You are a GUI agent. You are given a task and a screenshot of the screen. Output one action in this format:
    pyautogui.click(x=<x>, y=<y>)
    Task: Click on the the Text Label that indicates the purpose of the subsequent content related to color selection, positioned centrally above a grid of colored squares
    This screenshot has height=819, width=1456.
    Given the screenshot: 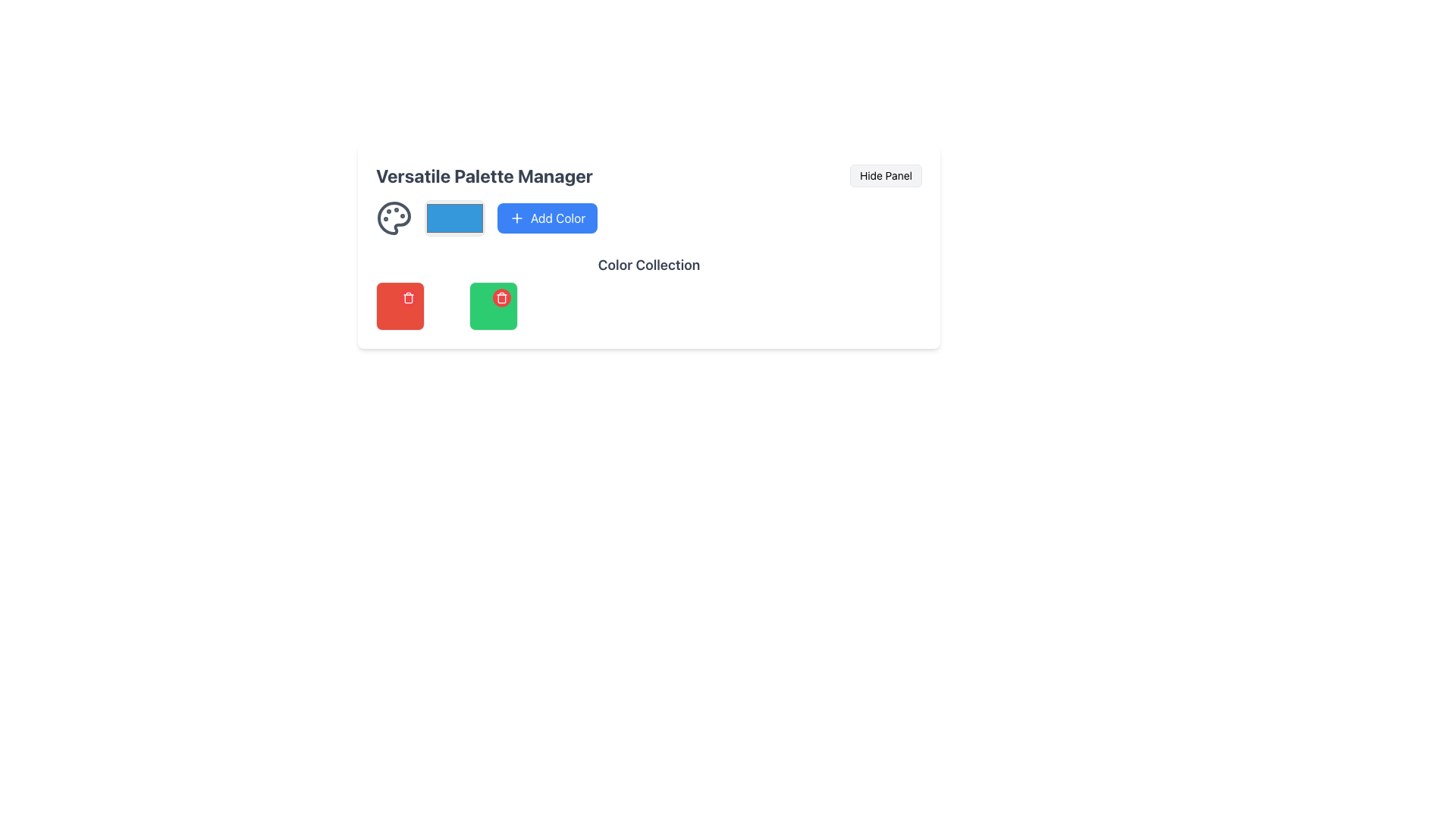 What is the action you would take?
    pyautogui.click(x=648, y=265)
    